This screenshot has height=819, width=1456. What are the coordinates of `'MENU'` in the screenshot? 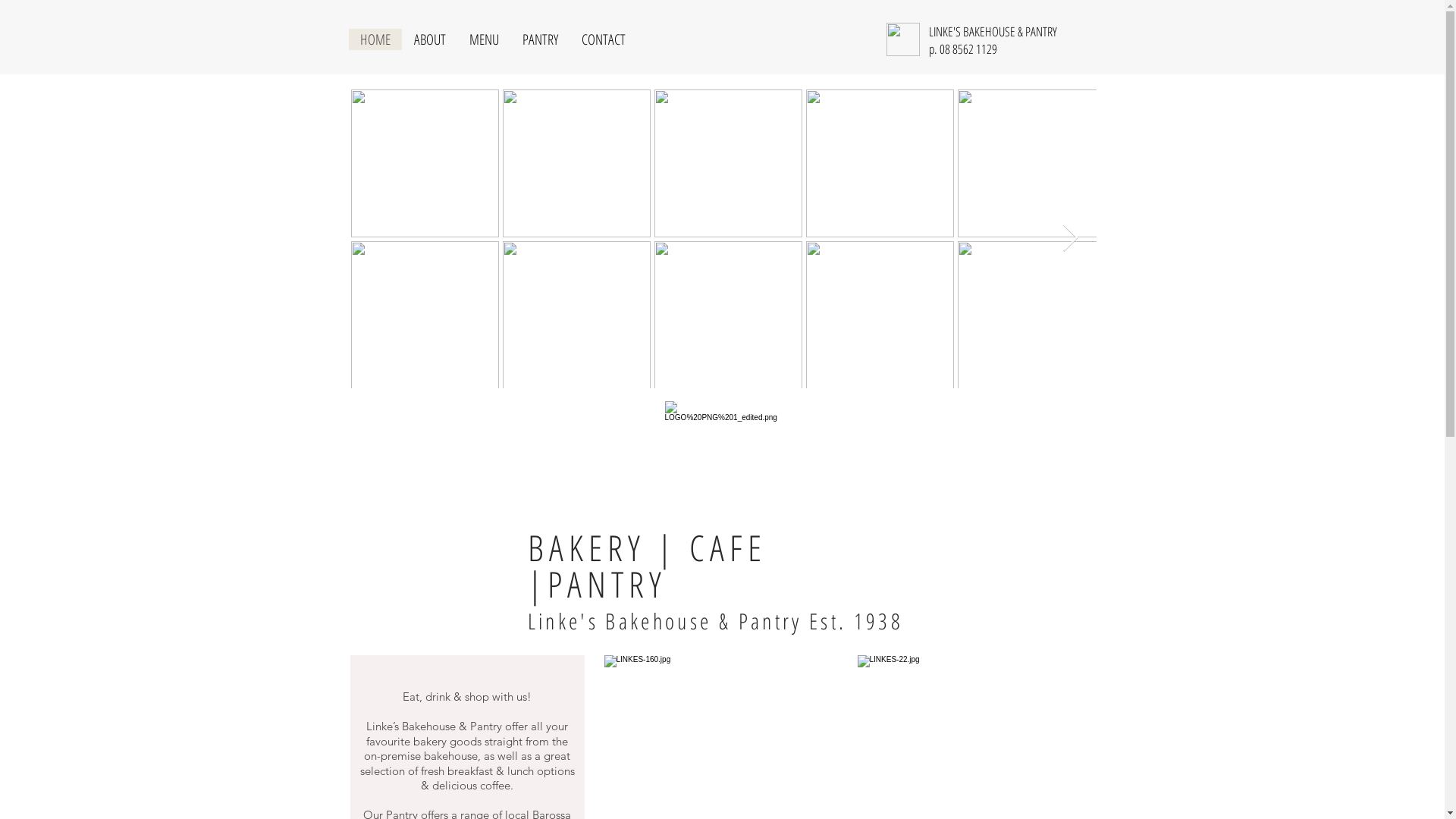 It's located at (482, 38).